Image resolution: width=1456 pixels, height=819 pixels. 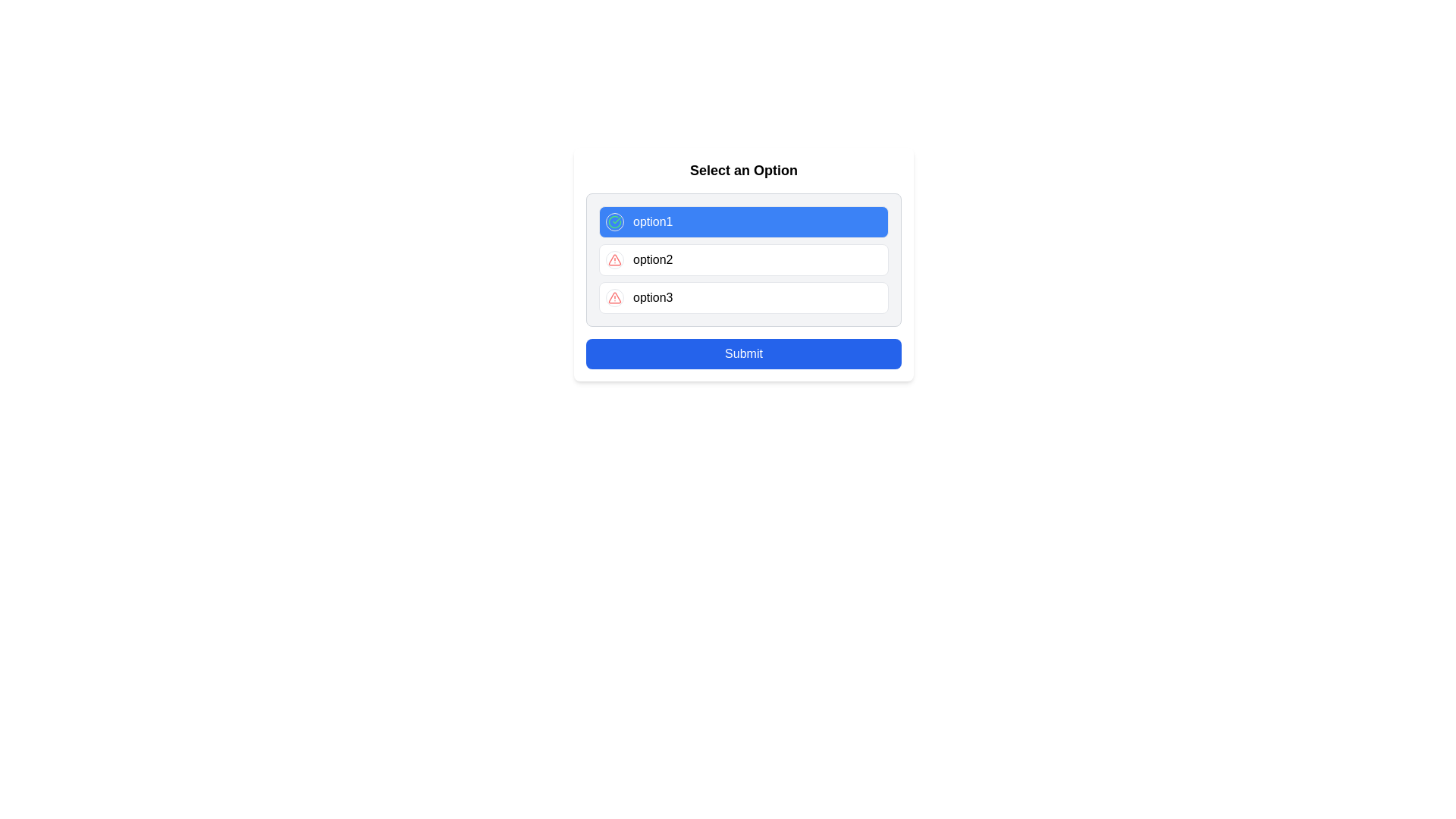 What do you see at coordinates (615, 222) in the screenshot?
I see `the SVG graphic indicating a positive or selected state next to the first option labeled 'option1' in the vertical list` at bounding box center [615, 222].